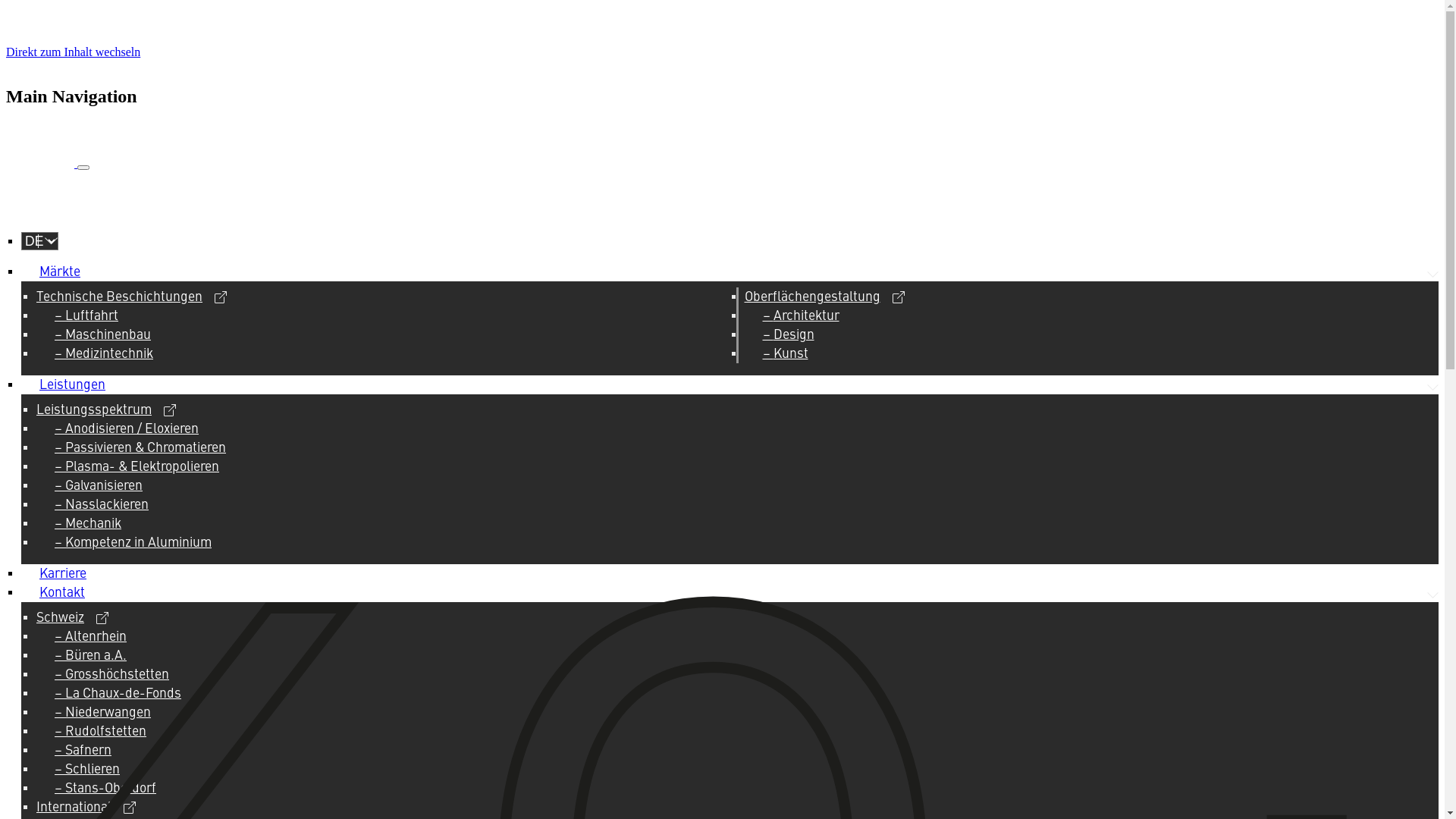 The height and width of the screenshot is (819, 1456). Describe the element at coordinates (36, 713) in the screenshot. I see `'Niederwangen'` at that location.